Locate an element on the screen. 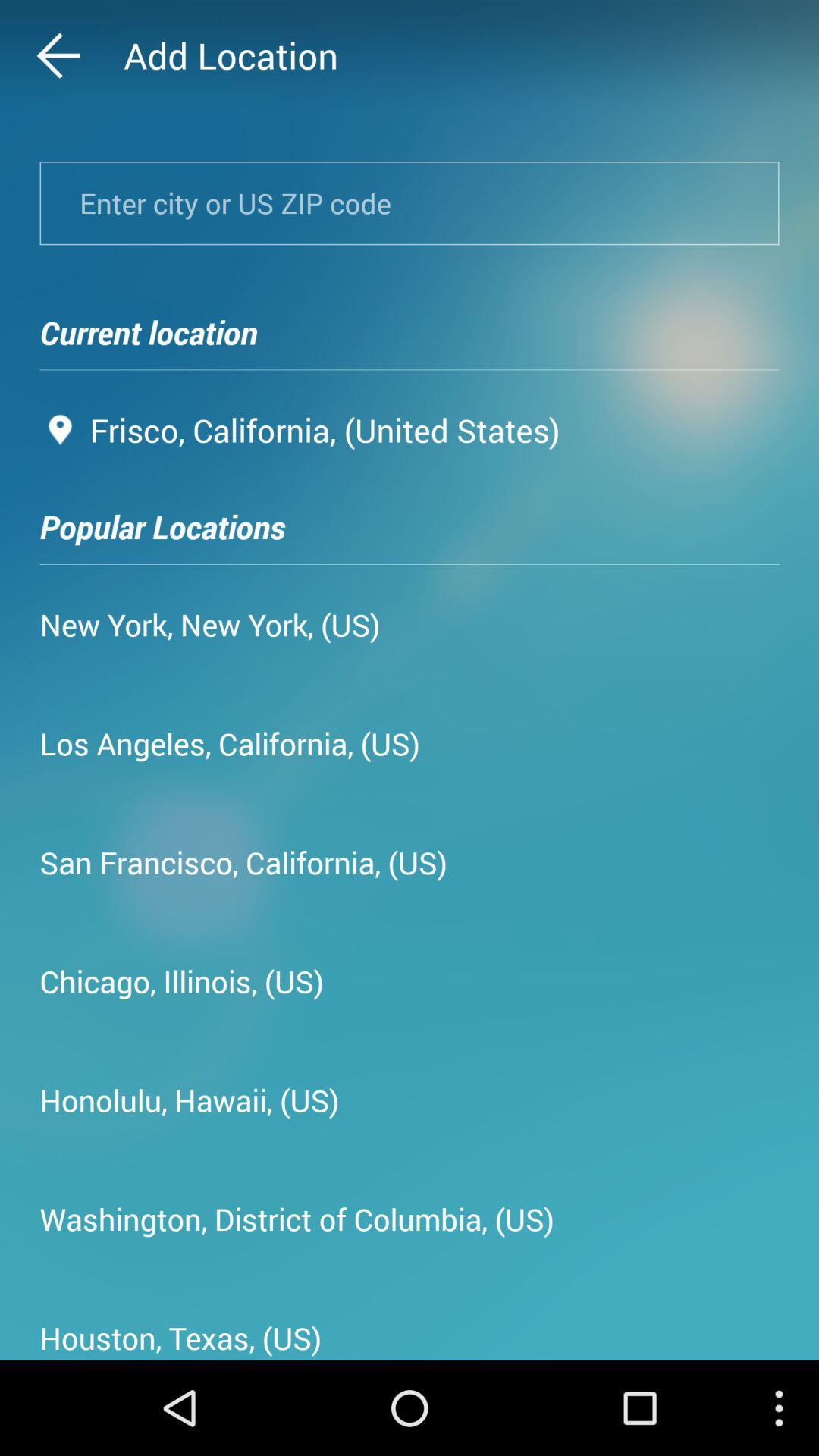  chicago, illinois, (us) is located at coordinates (180, 981).